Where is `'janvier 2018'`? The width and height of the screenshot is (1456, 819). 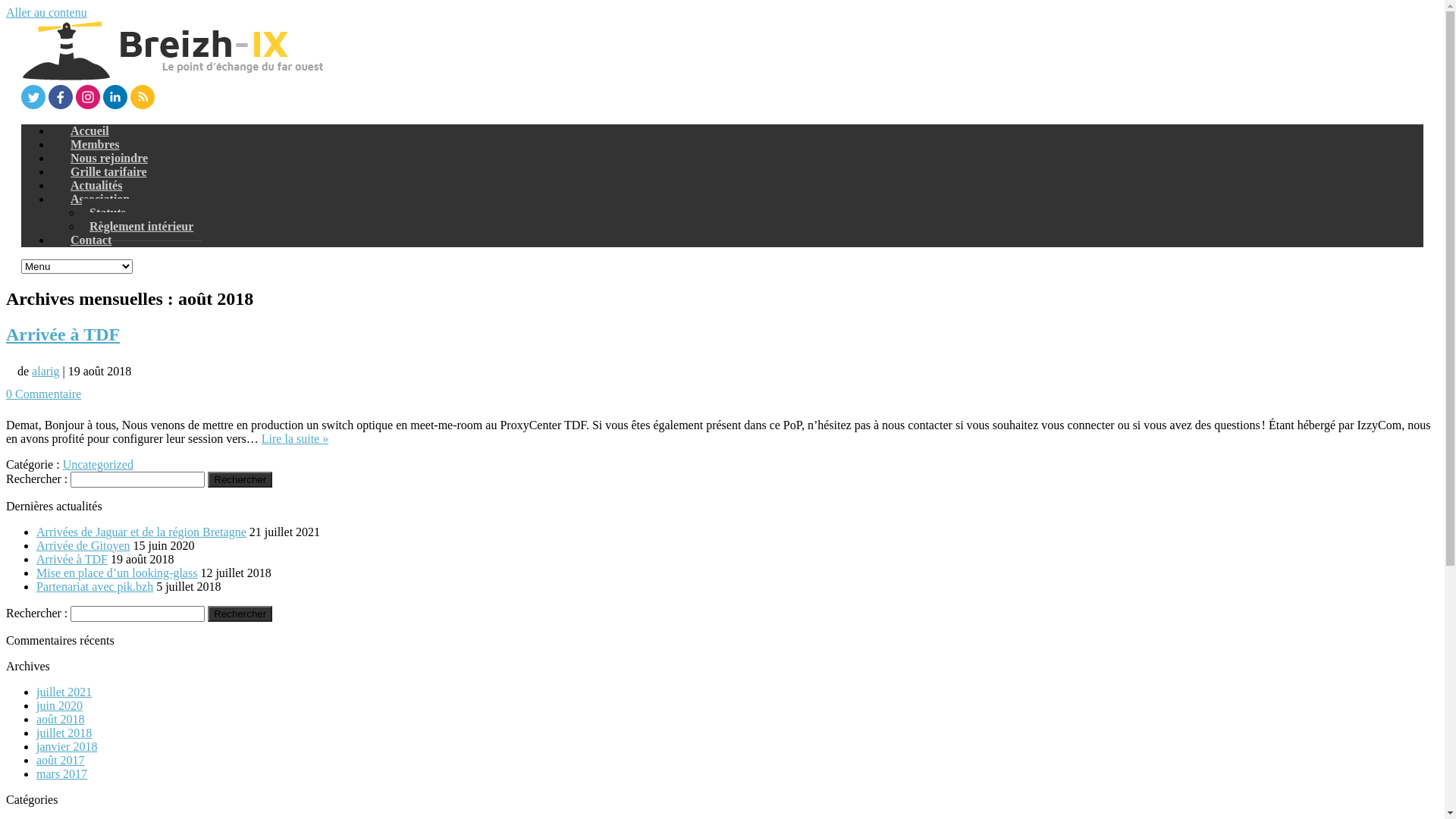
'janvier 2018' is located at coordinates (65, 745).